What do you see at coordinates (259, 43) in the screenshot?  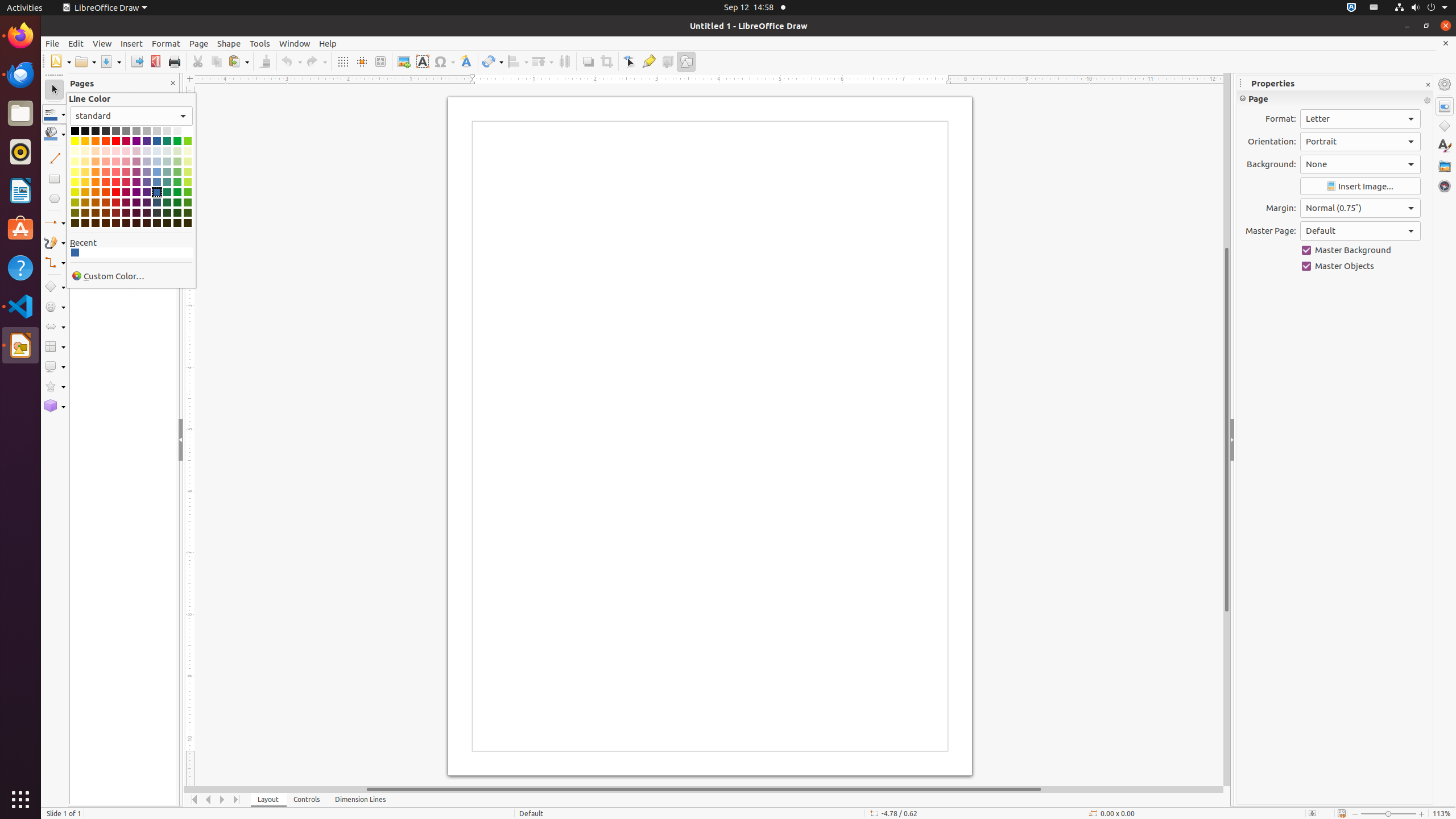 I see `'Tools'` at bounding box center [259, 43].